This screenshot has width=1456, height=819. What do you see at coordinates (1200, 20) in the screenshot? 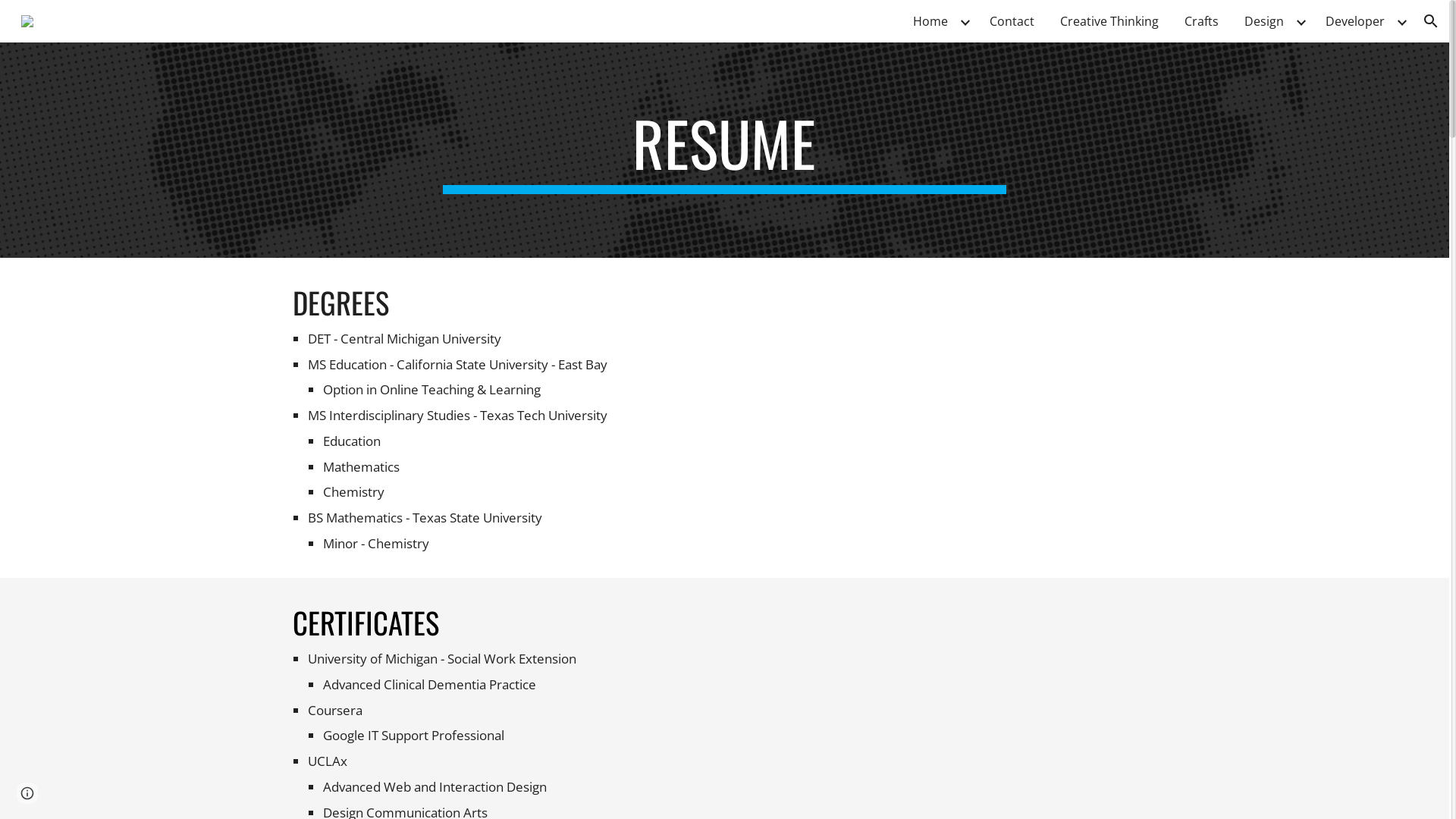
I see `'Crafts'` at bounding box center [1200, 20].